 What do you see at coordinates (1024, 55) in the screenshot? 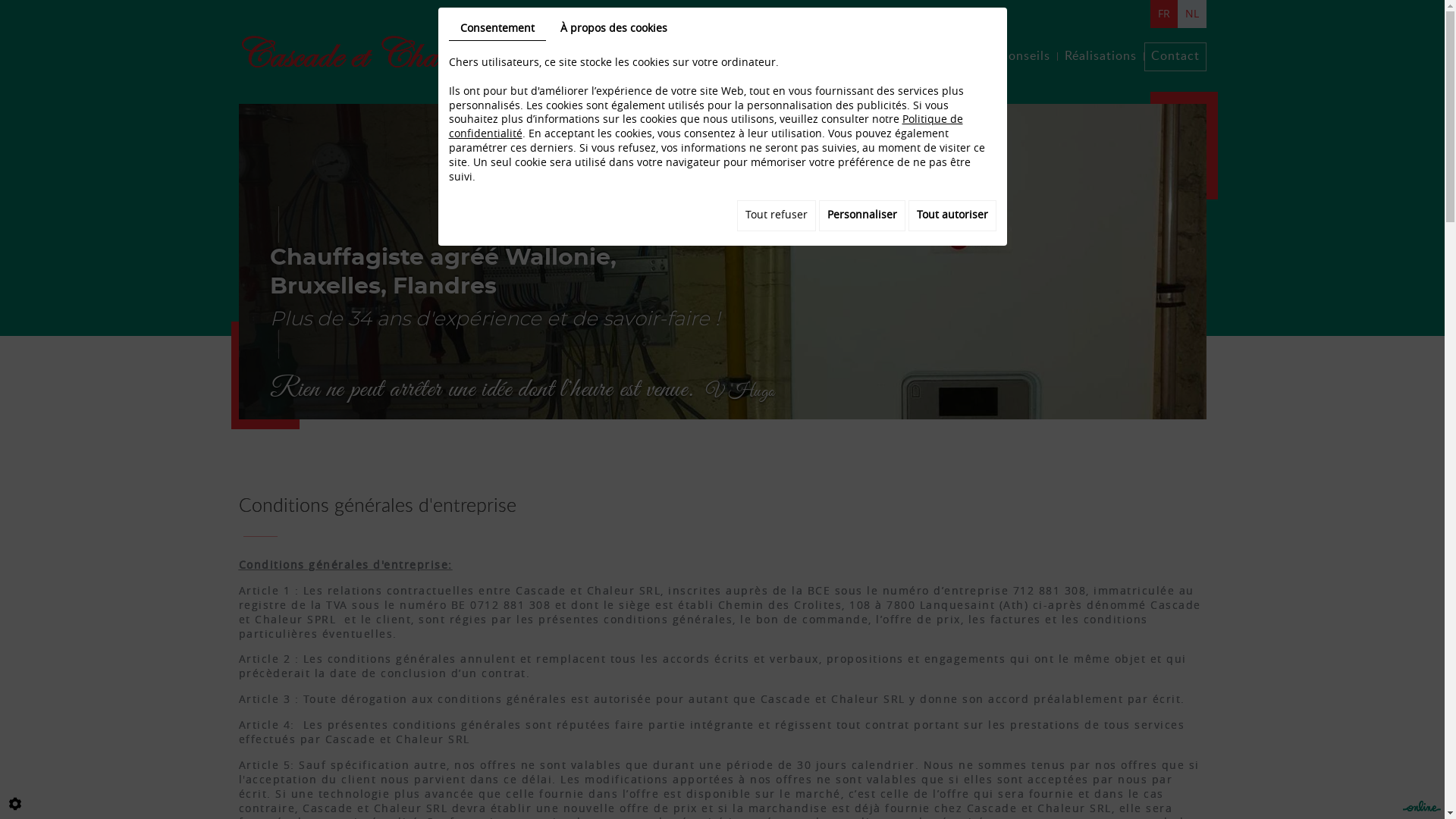
I see `'Conseils'` at bounding box center [1024, 55].